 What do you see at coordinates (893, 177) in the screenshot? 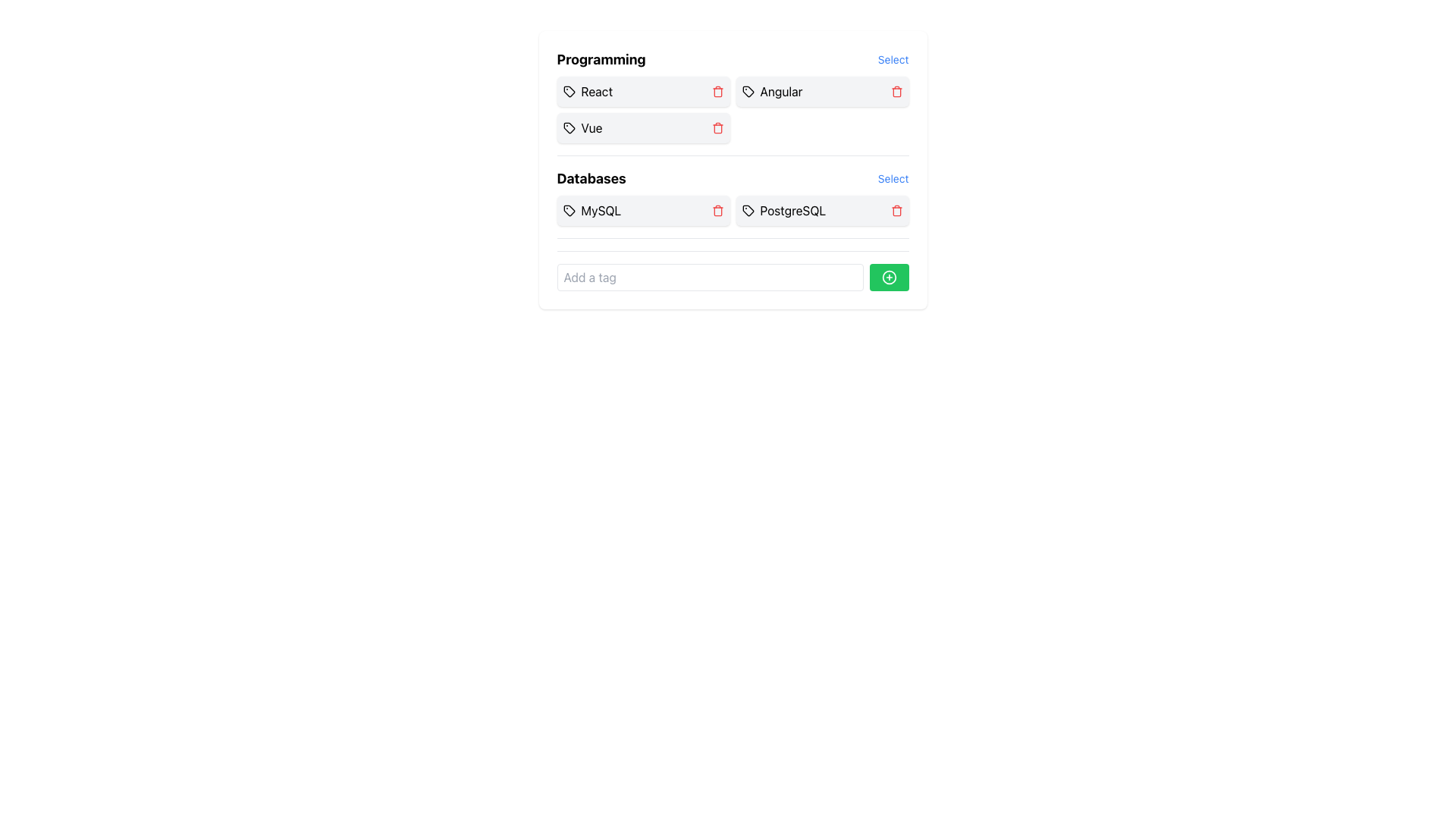
I see `the blue text label reading 'Select' located at the right end of the 'Databases' heading bar` at bounding box center [893, 177].